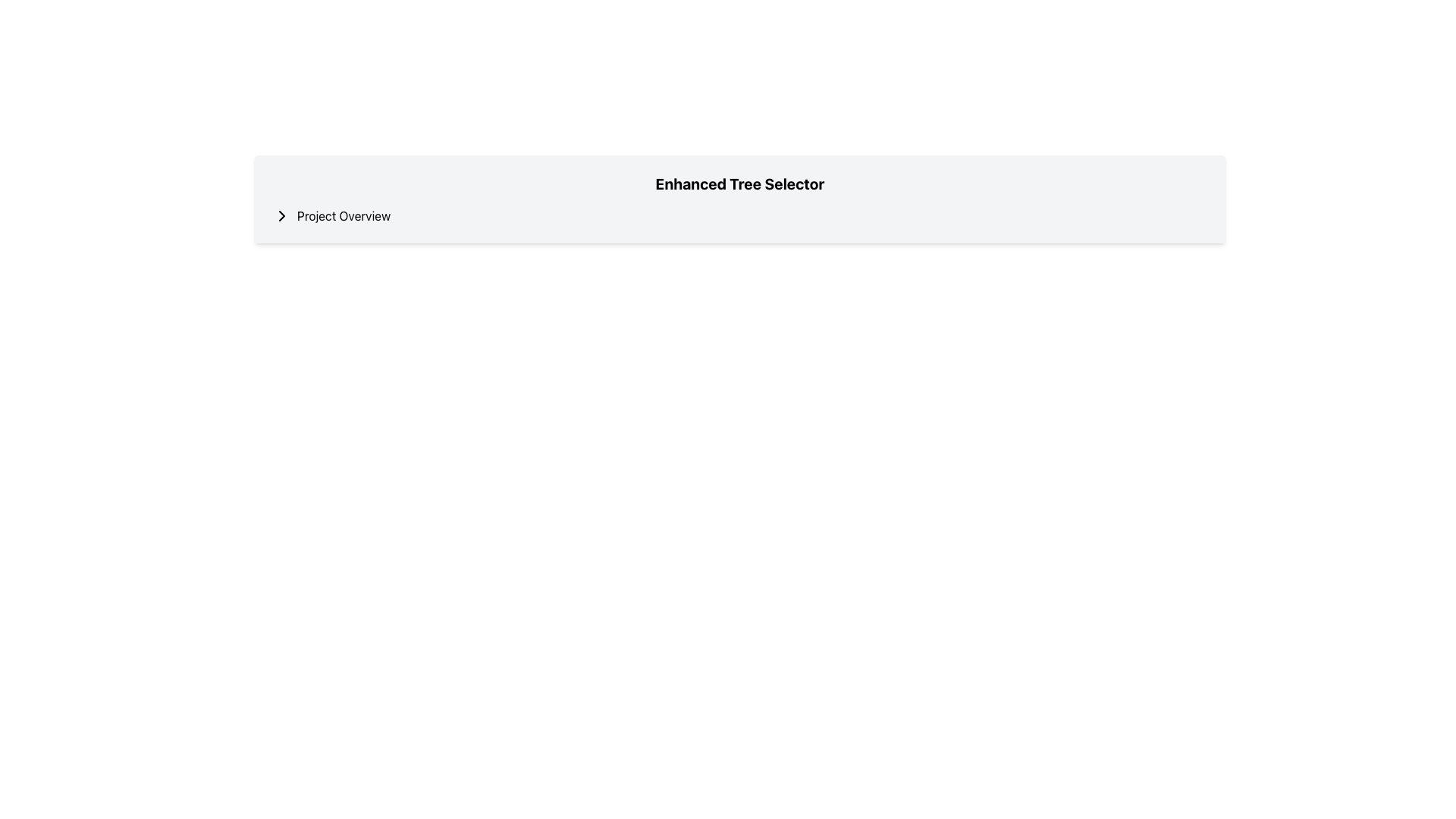 Image resolution: width=1456 pixels, height=819 pixels. What do you see at coordinates (282, 216) in the screenshot?
I see `the Right-facing Chevron Icon located next to the 'Project Overview' section, which indicates an expandable section` at bounding box center [282, 216].